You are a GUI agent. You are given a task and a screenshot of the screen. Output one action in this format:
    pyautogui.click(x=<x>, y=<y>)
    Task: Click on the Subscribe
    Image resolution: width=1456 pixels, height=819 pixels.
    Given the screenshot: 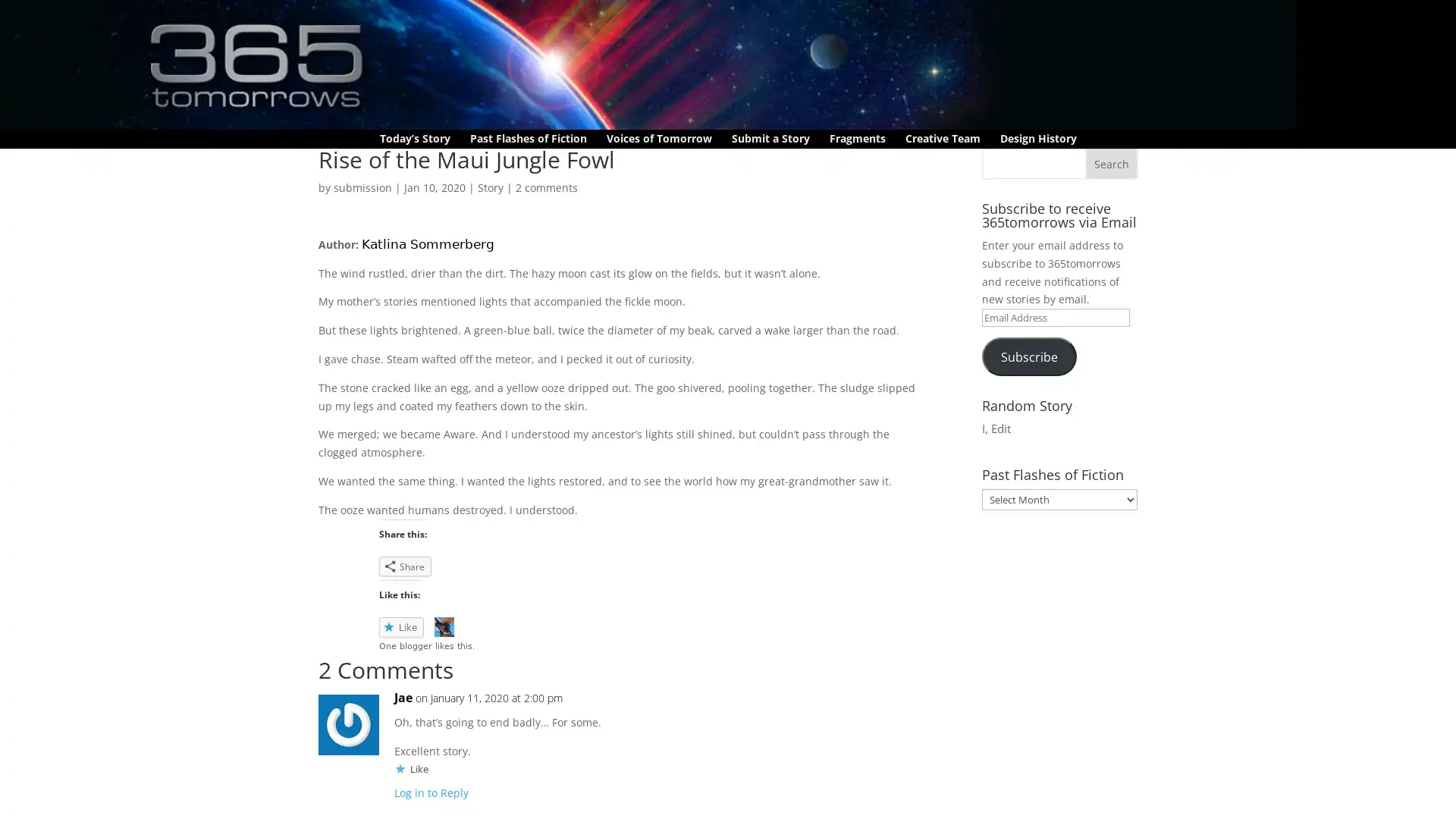 What is the action you would take?
    pyautogui.click(x=1028, y=399)
    